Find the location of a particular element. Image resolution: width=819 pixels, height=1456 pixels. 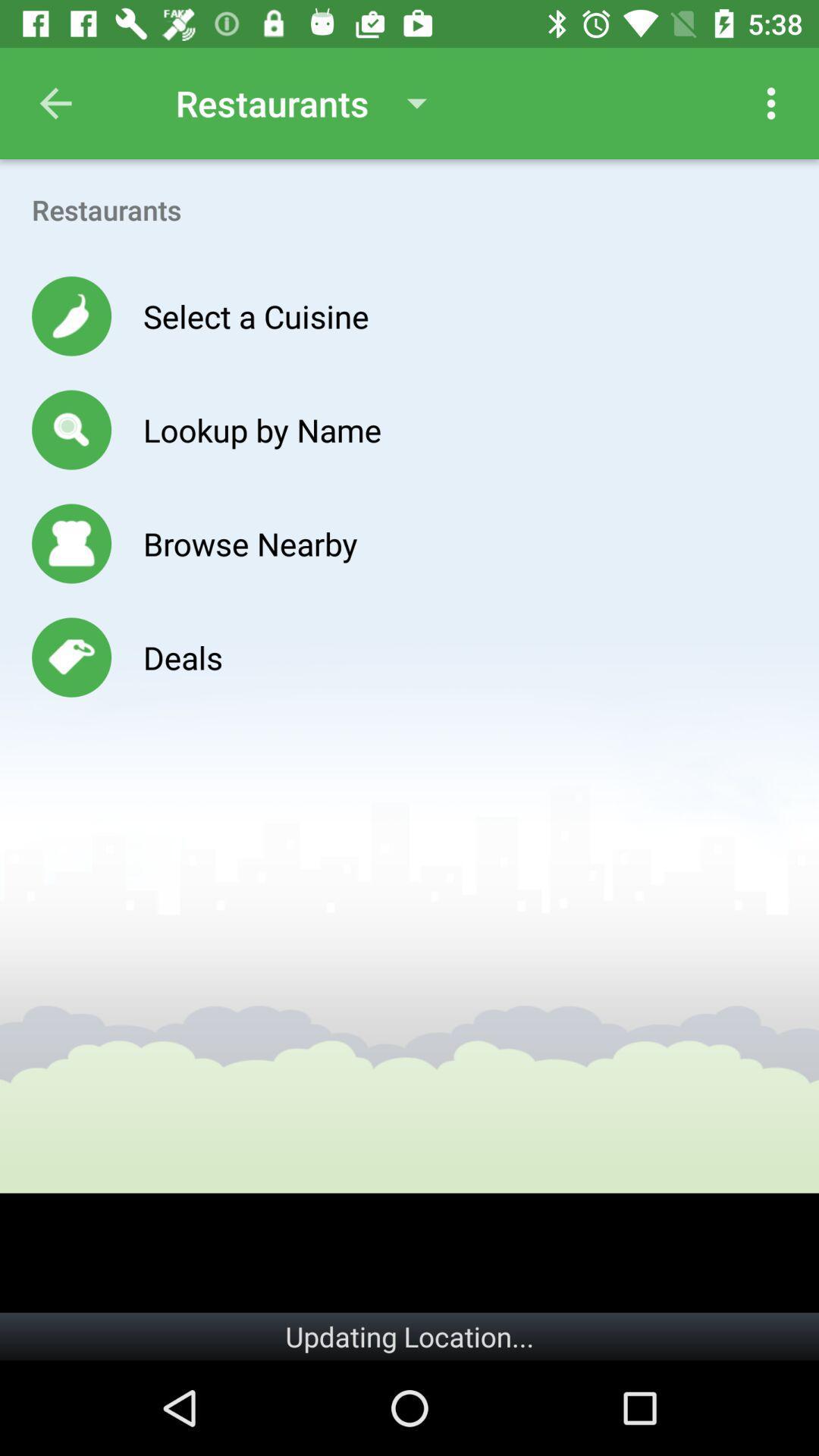

the item below restaurants item is located at coordinates (255, 315).